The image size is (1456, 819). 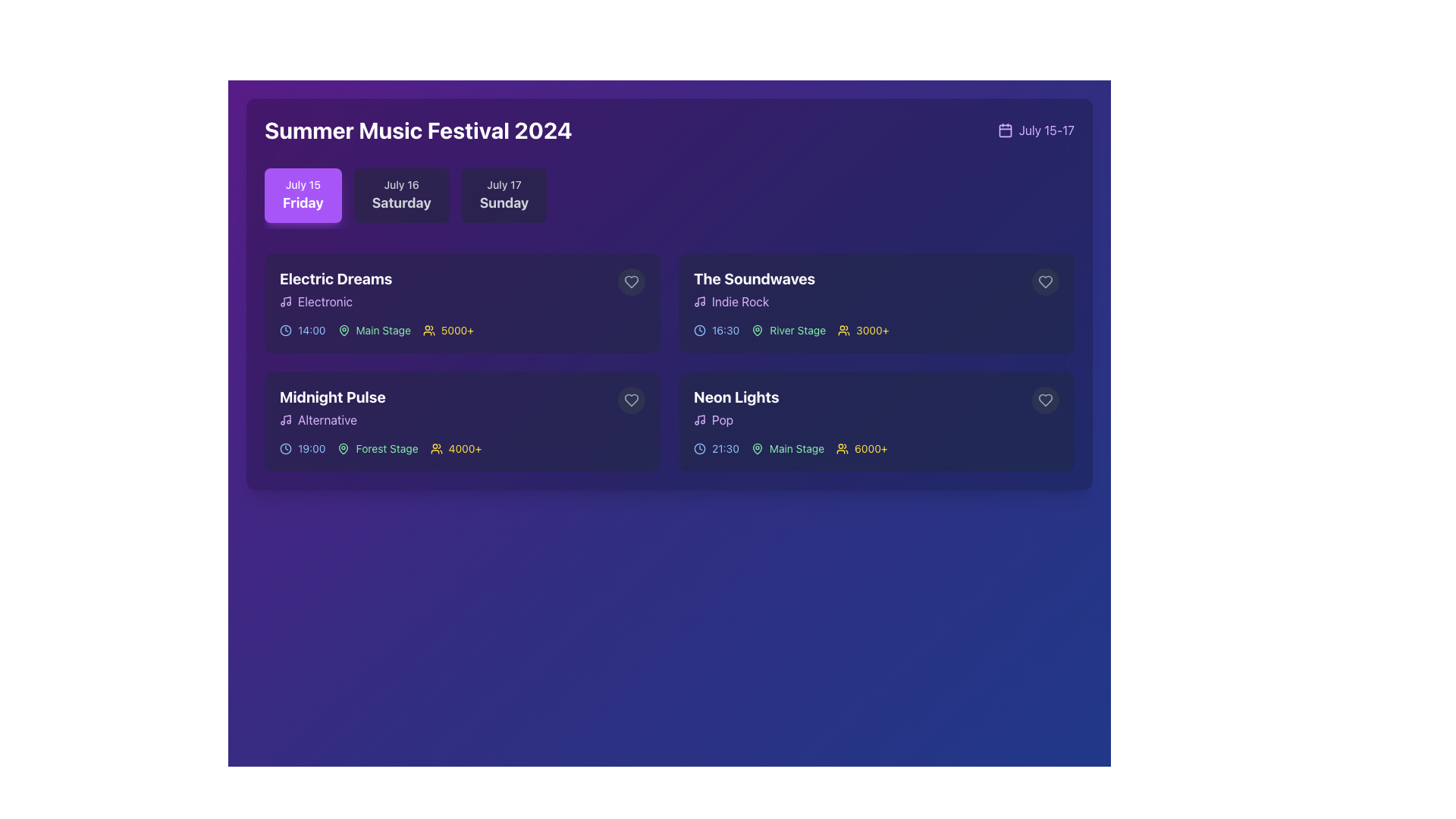 What do you see at coordinates (863, 329) in the screenshot?
I see `the text display styled in yellow with the content '3000+' and its accompanying icon for the audience count of the event 'The Soundwaves'. This element is located in the second column of the grid layout, adjacent to the indicators for time and stage, positioned after the 'River Stage' label` at bounding box center [863, 329].